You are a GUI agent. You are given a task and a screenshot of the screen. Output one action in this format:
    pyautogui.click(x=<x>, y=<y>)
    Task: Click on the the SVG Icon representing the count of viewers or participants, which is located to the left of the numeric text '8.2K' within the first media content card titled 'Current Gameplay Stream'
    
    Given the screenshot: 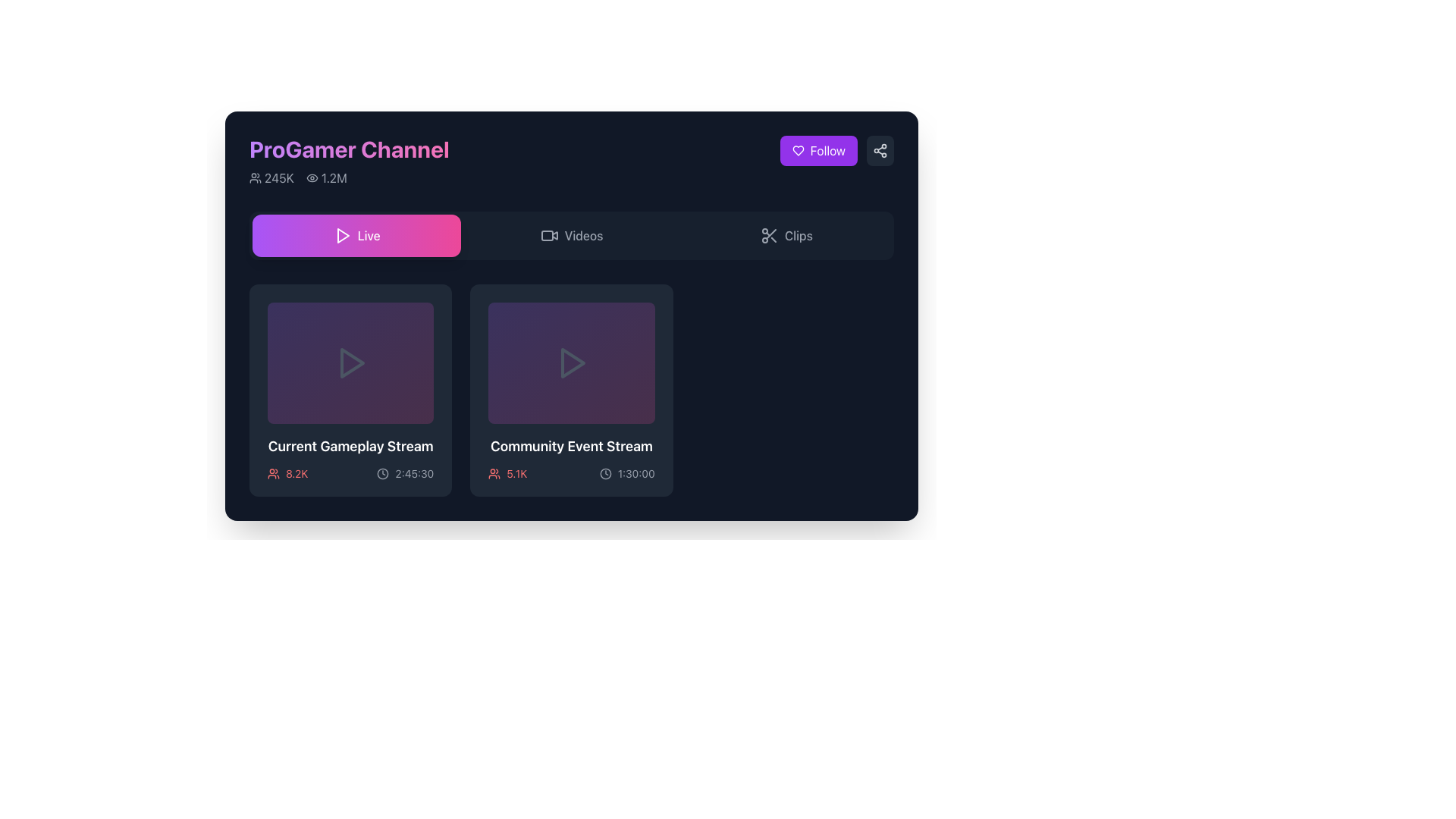 What is the action you would take?
    pyautogui.click(x=273, y=472)
    